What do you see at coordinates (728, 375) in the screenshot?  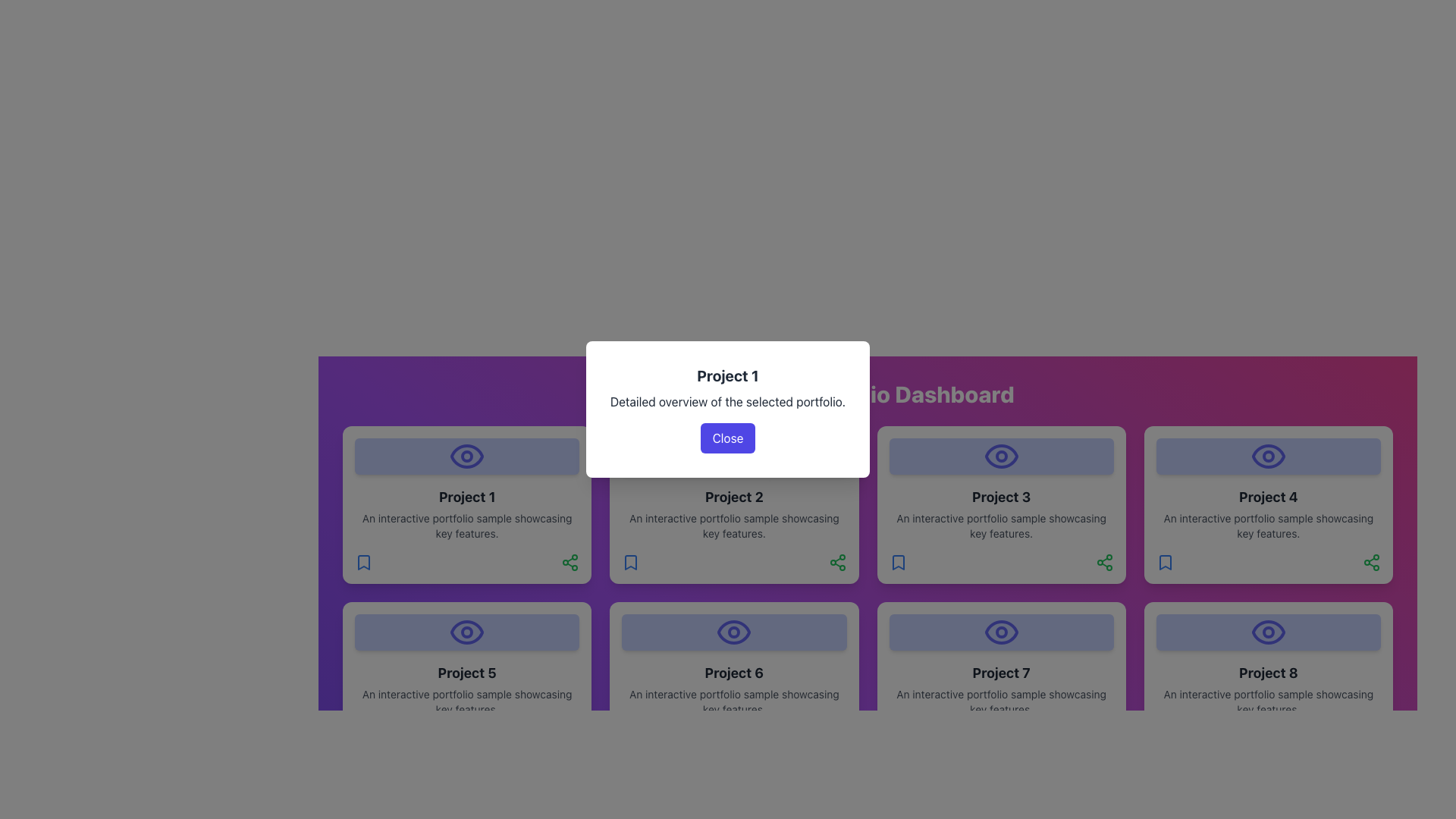 I see `the title text label displaying 'Project 1' which is styled in bold` at bounding box center [728, 375].